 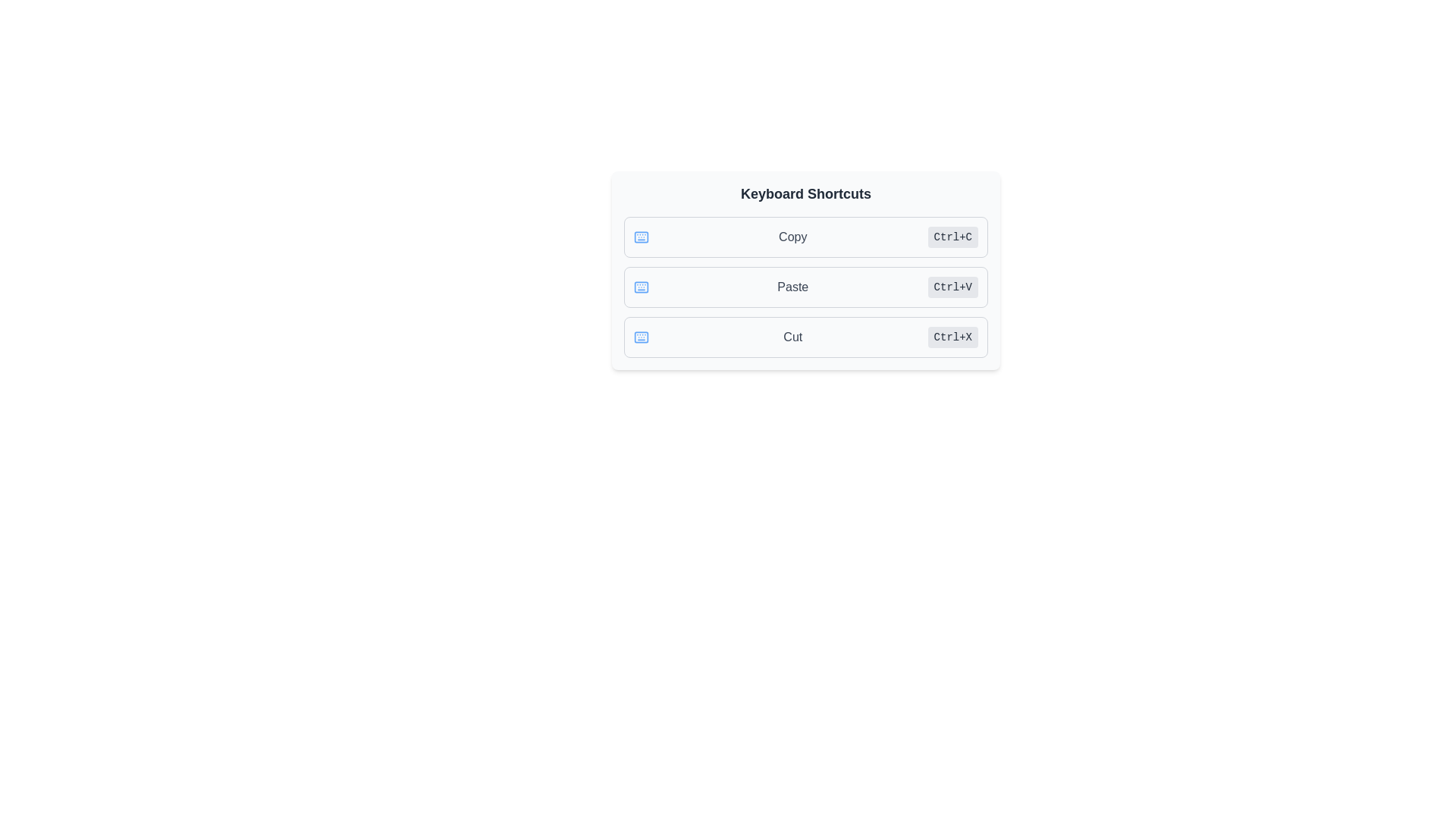 I want to click on the text label indicating the keyboard shortcut 'Ctrl+V' located in the 'Paste' row of the keyboard shortcuts table, so click(x=952, y=287).